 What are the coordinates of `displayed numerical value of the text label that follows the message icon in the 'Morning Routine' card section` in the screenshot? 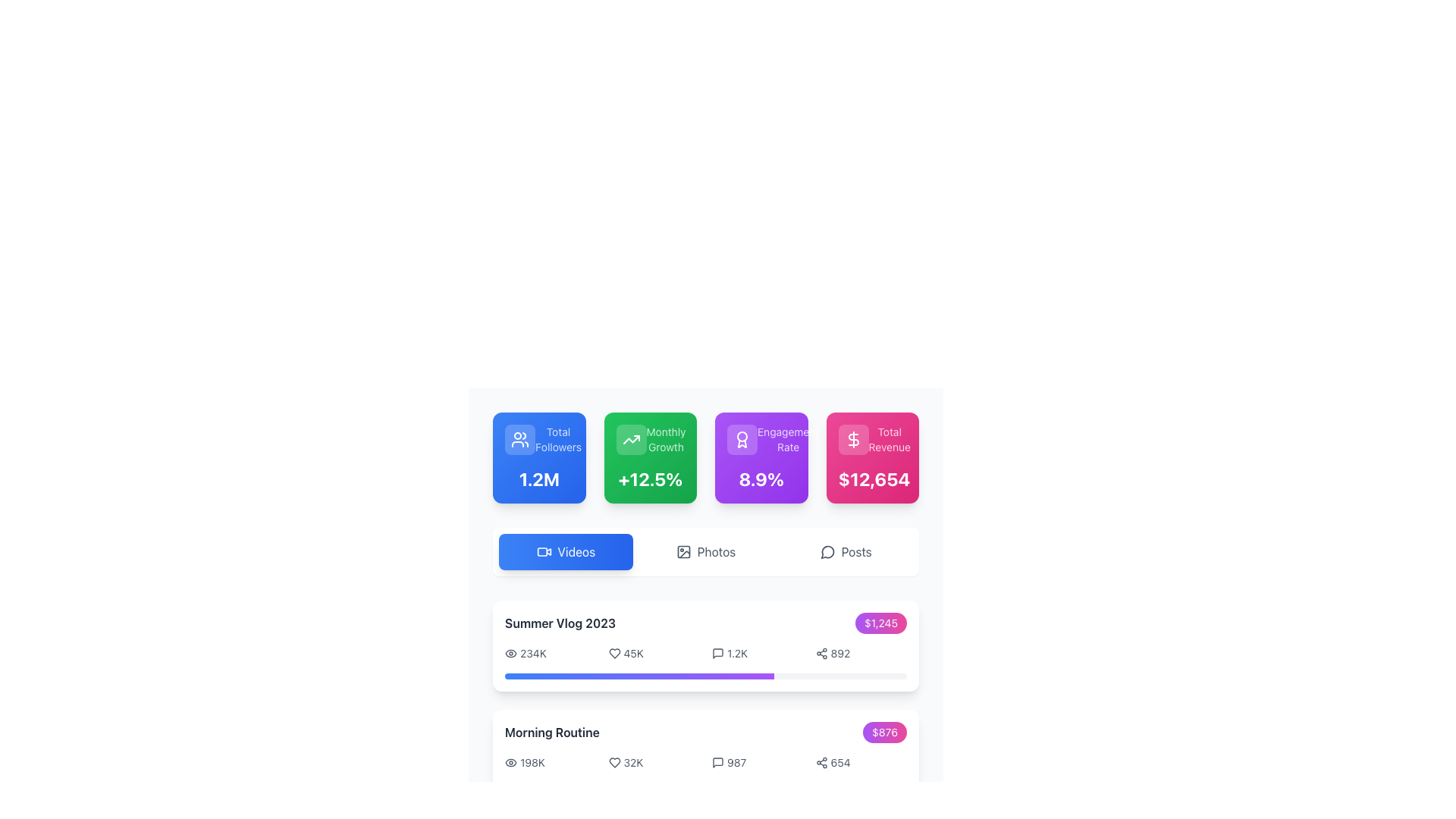 It's located at (736, 763).